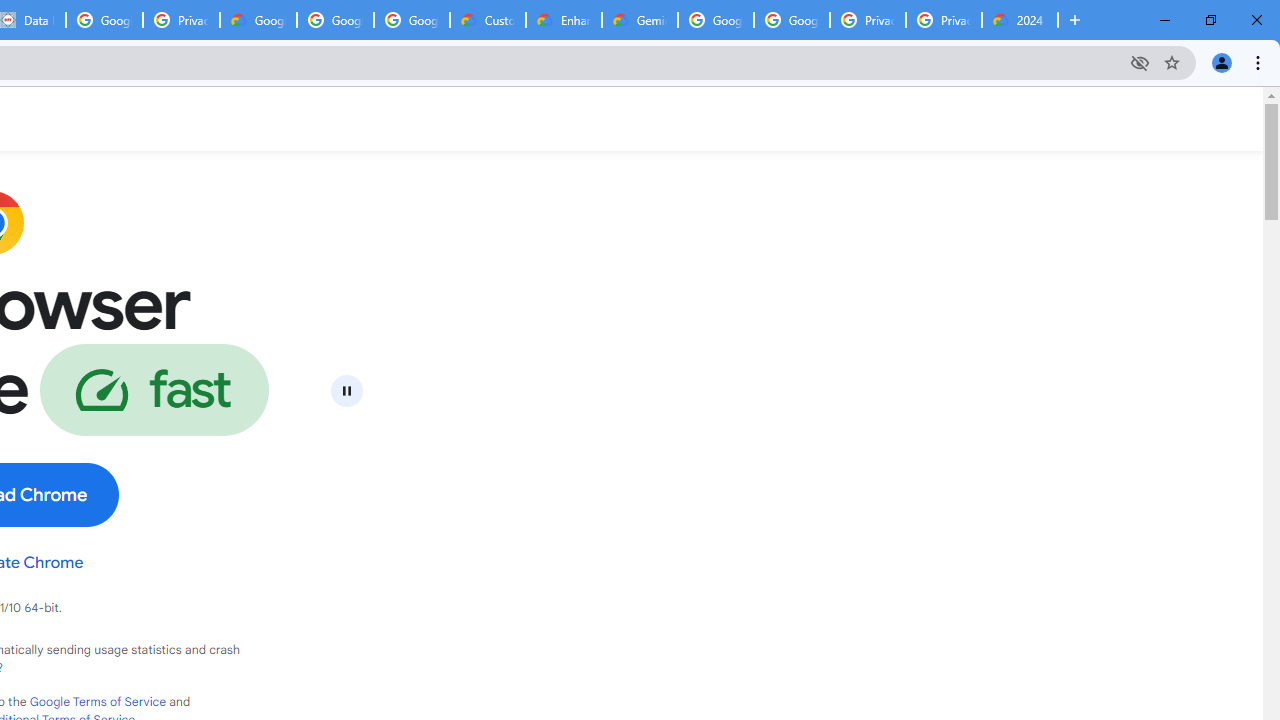  What do you see at coordinates (562, 20) in the screenshot?
I see `'Enhanced Support | Google Cloud'` at bounding box center [562, 20].